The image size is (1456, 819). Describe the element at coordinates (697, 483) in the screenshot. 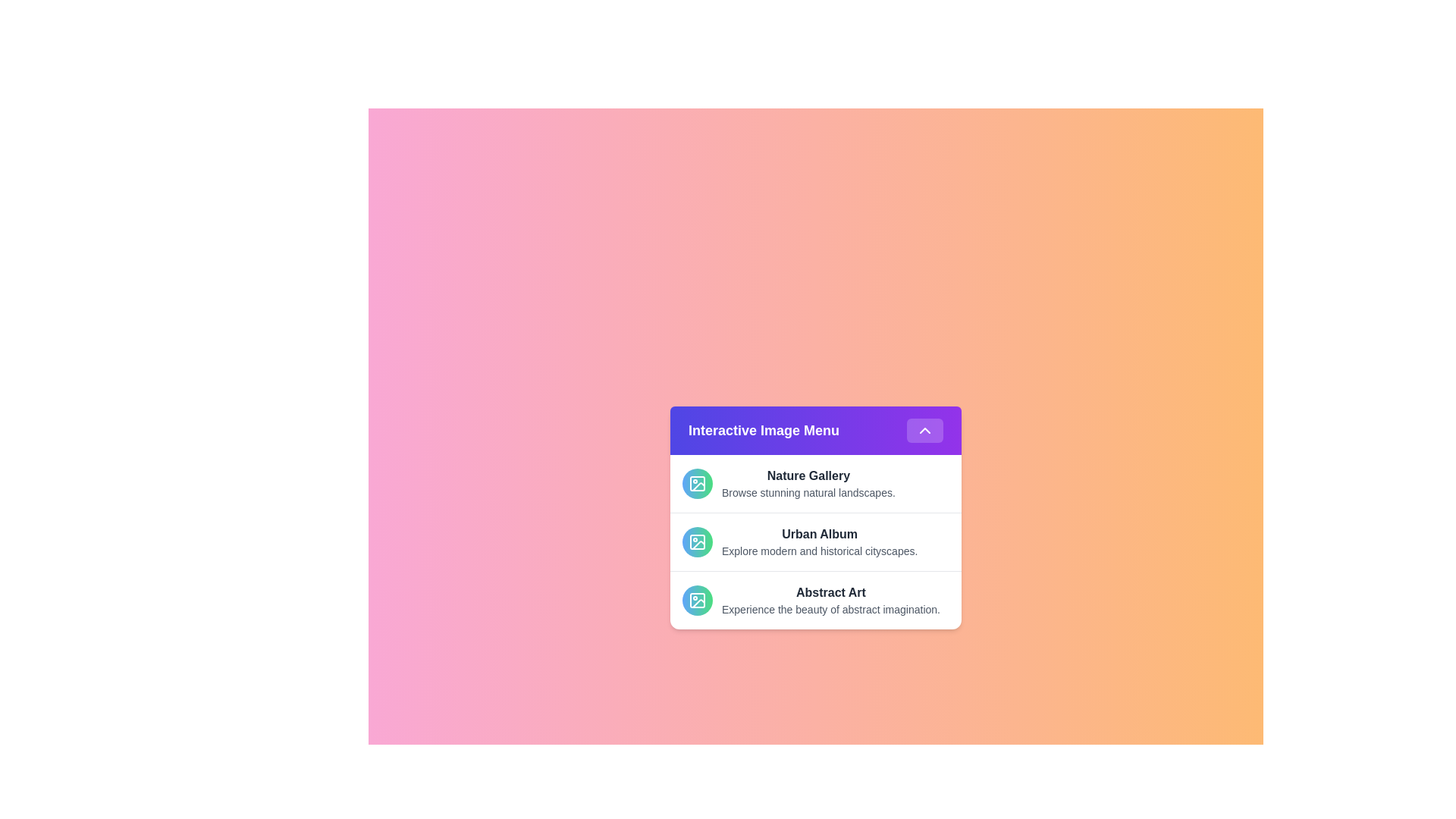

I see `the icon of the Nature Gallery menu item` at that location.